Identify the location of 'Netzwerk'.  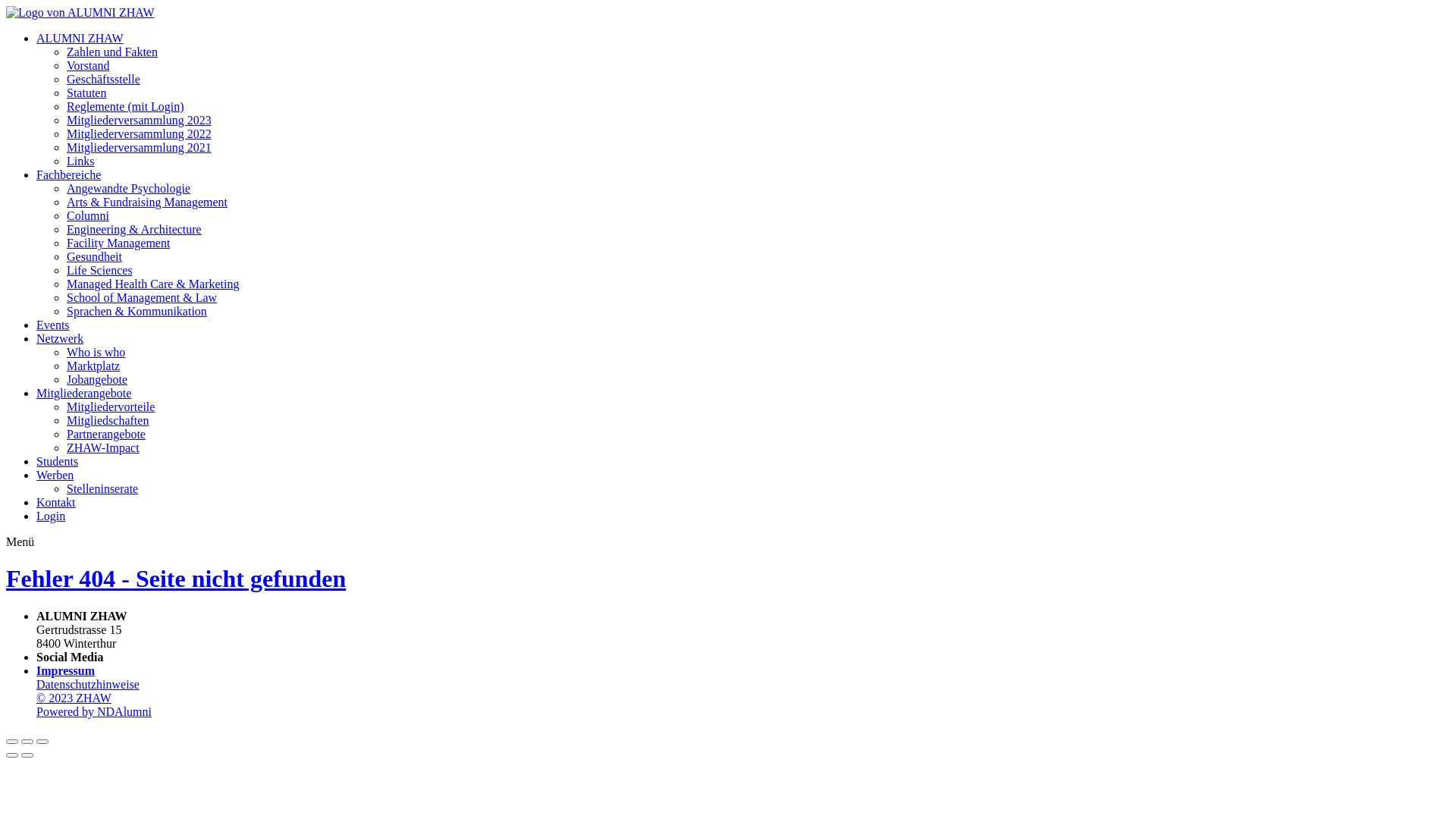
(36, 337).